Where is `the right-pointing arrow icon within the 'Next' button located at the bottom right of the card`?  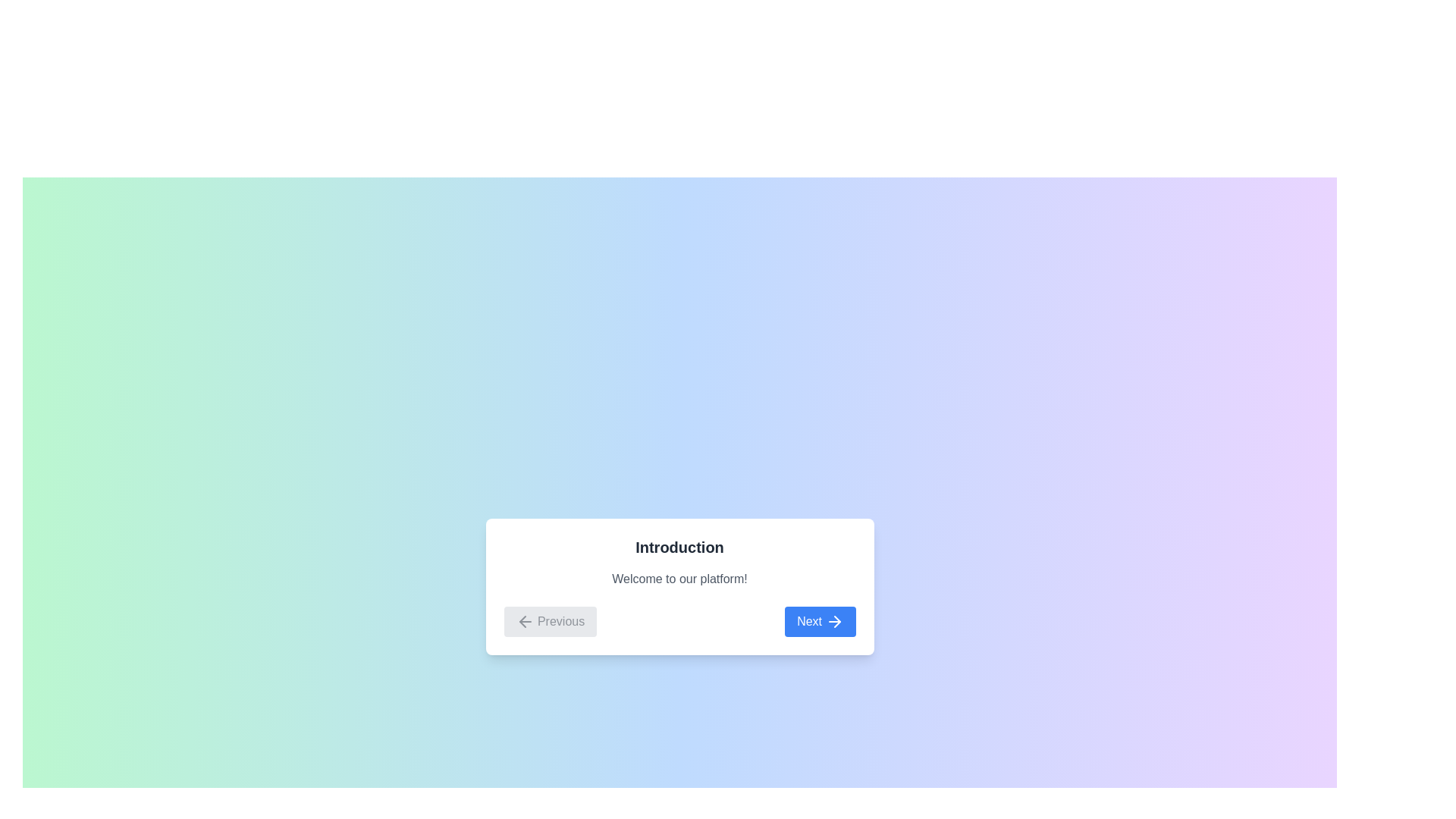
the right-pointing arrow icon within the 'Next' button located at the bottom right of the card is located at coordinates (836, 622).